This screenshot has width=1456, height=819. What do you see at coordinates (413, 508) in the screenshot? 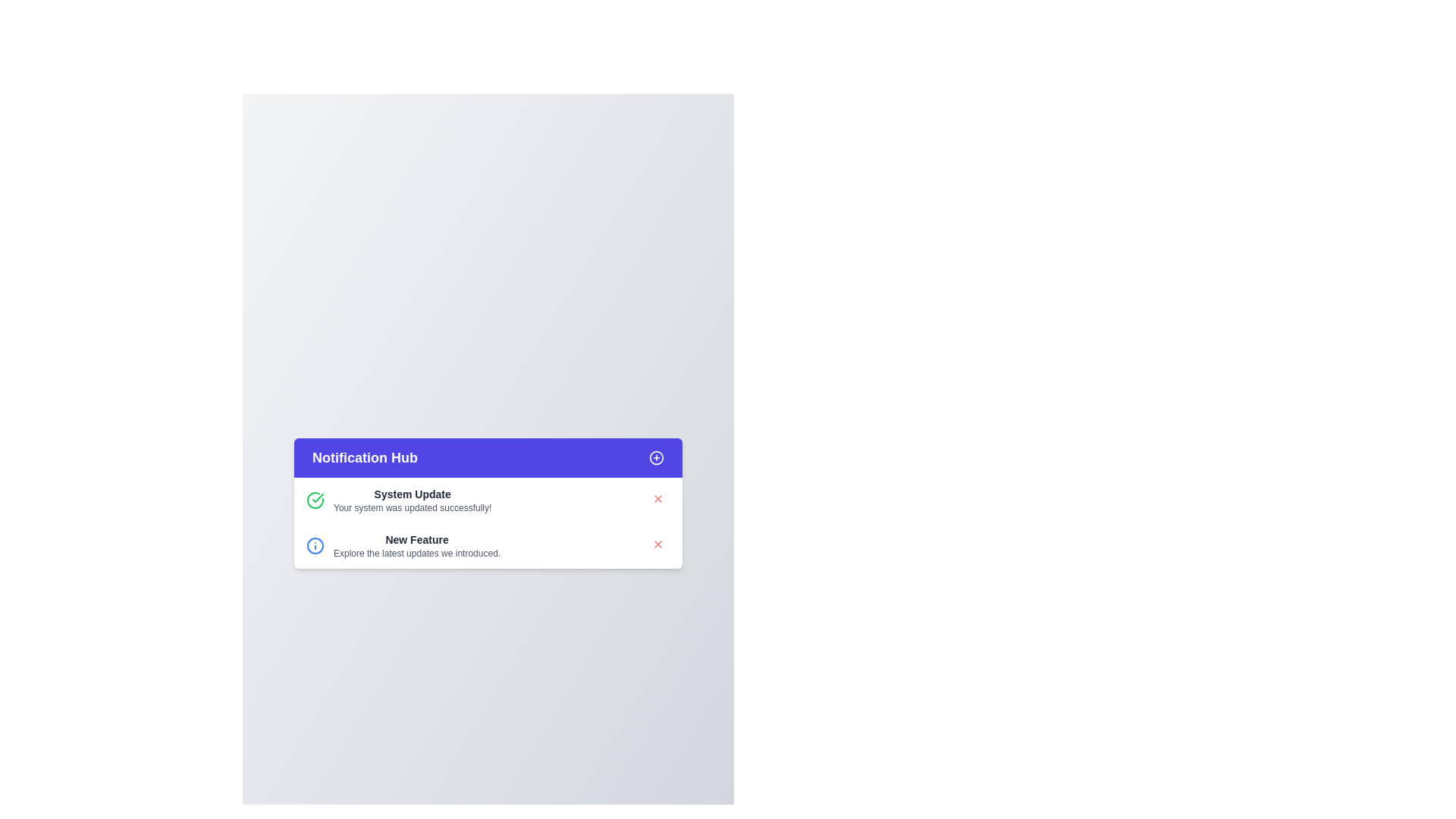
I see `the text label that reads 'Your system was updated successfully!' located beneath the 'System Update' heading in the 'Notification Hub' card` at bounding box center [413, 508].